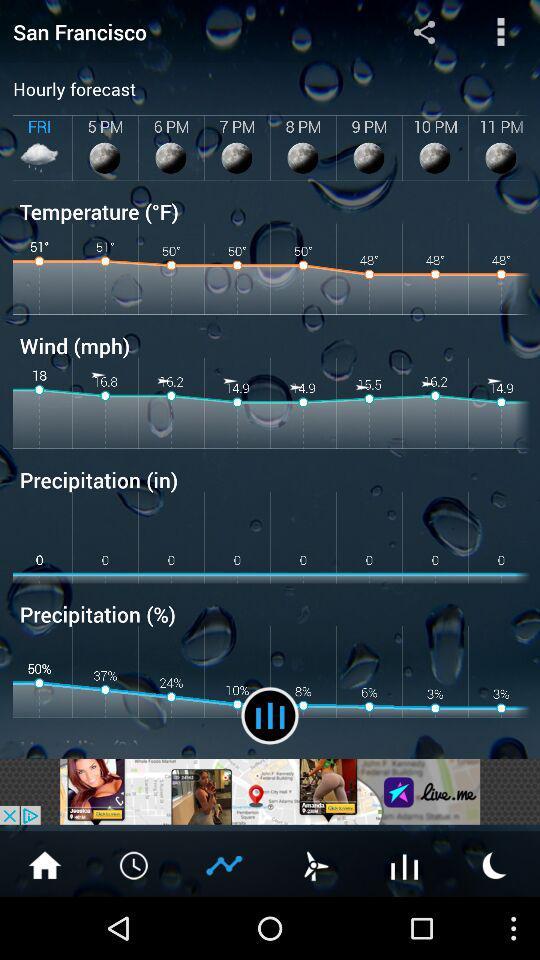 The image size is (540, 960). I want to click on music volume option, so click(270, 715).